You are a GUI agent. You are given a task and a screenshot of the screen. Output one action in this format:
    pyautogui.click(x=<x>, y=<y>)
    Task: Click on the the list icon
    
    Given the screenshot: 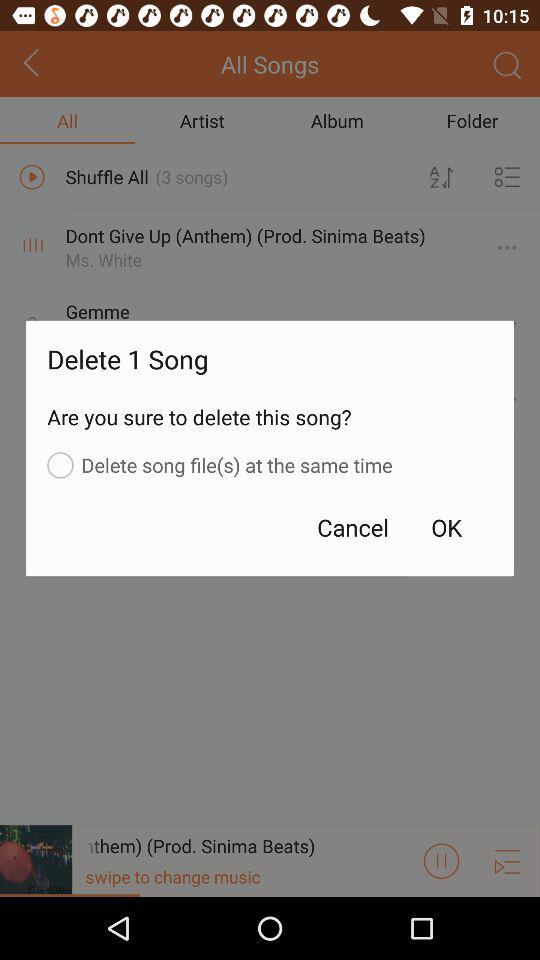 What is the action you would take?
    pyautogui.click(x=507, y=921)
    